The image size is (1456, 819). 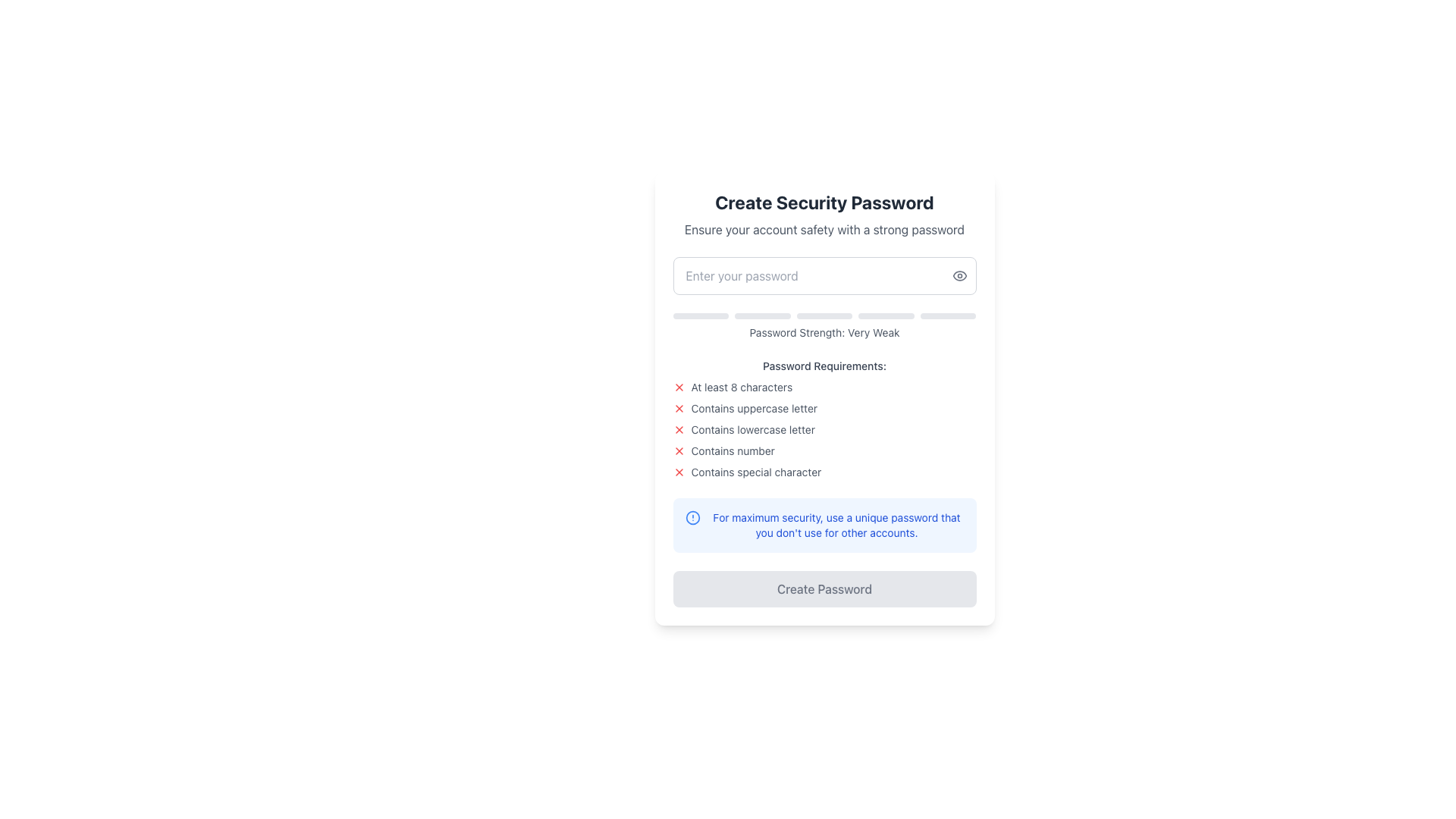 I want to click on the third checklist item indicating the presence of a lowercase letter in the password requirements, which is marked with a red 'X', so click(x=824, y=430).